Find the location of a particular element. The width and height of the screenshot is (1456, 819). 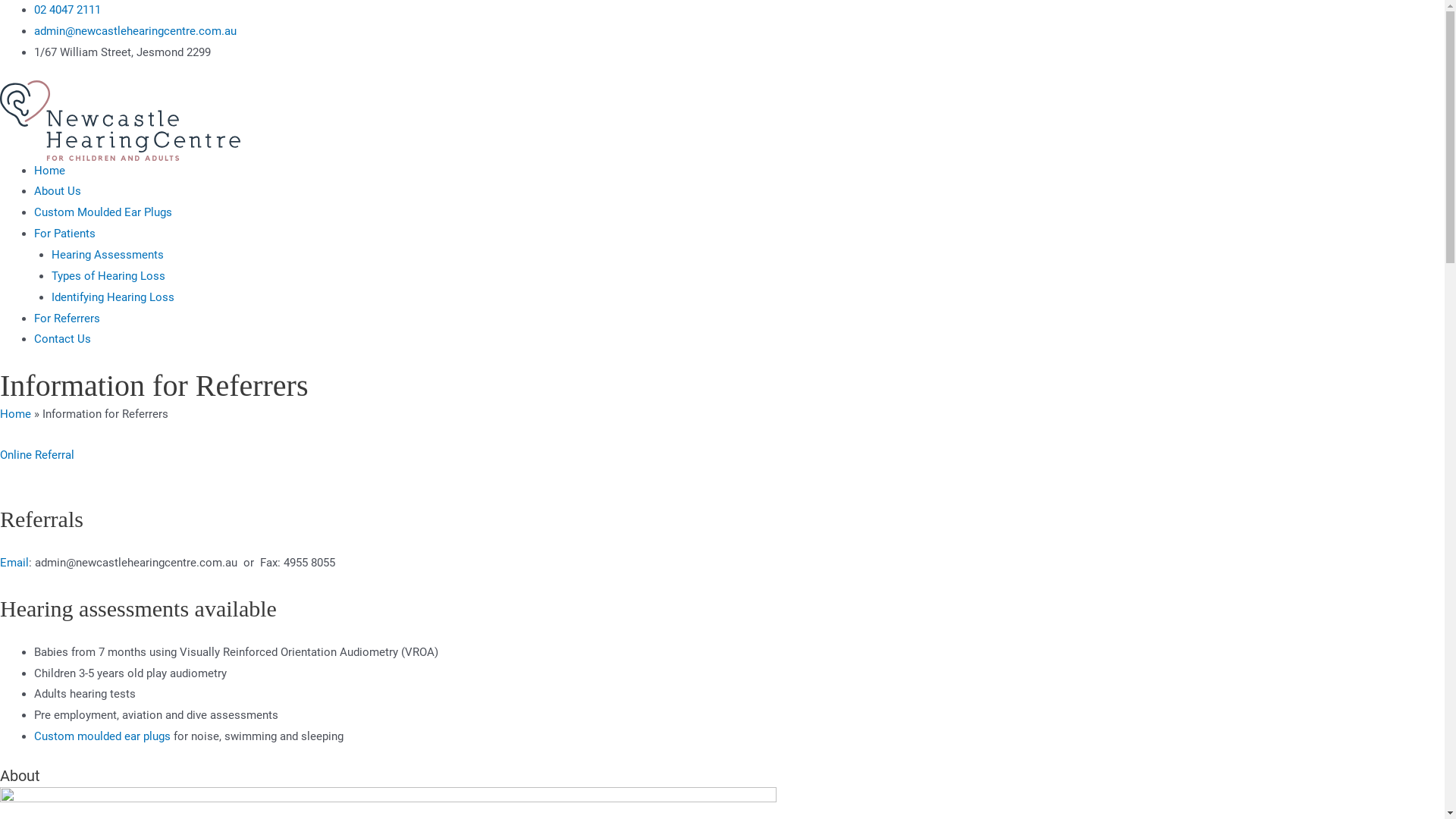

'Hearing Assessments' is located at coordinates (107, 253).